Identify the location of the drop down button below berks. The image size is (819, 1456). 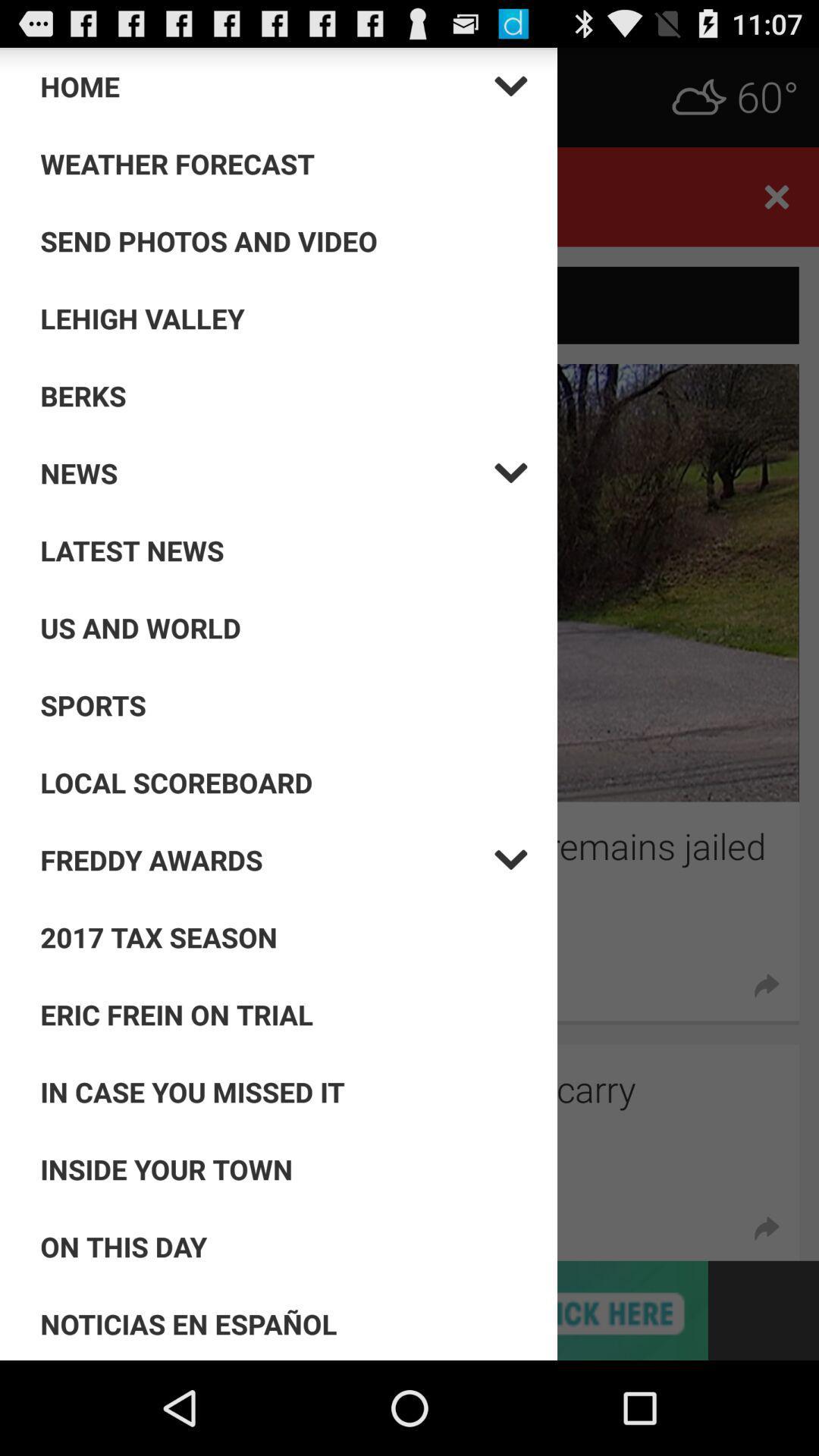
(267, 472).